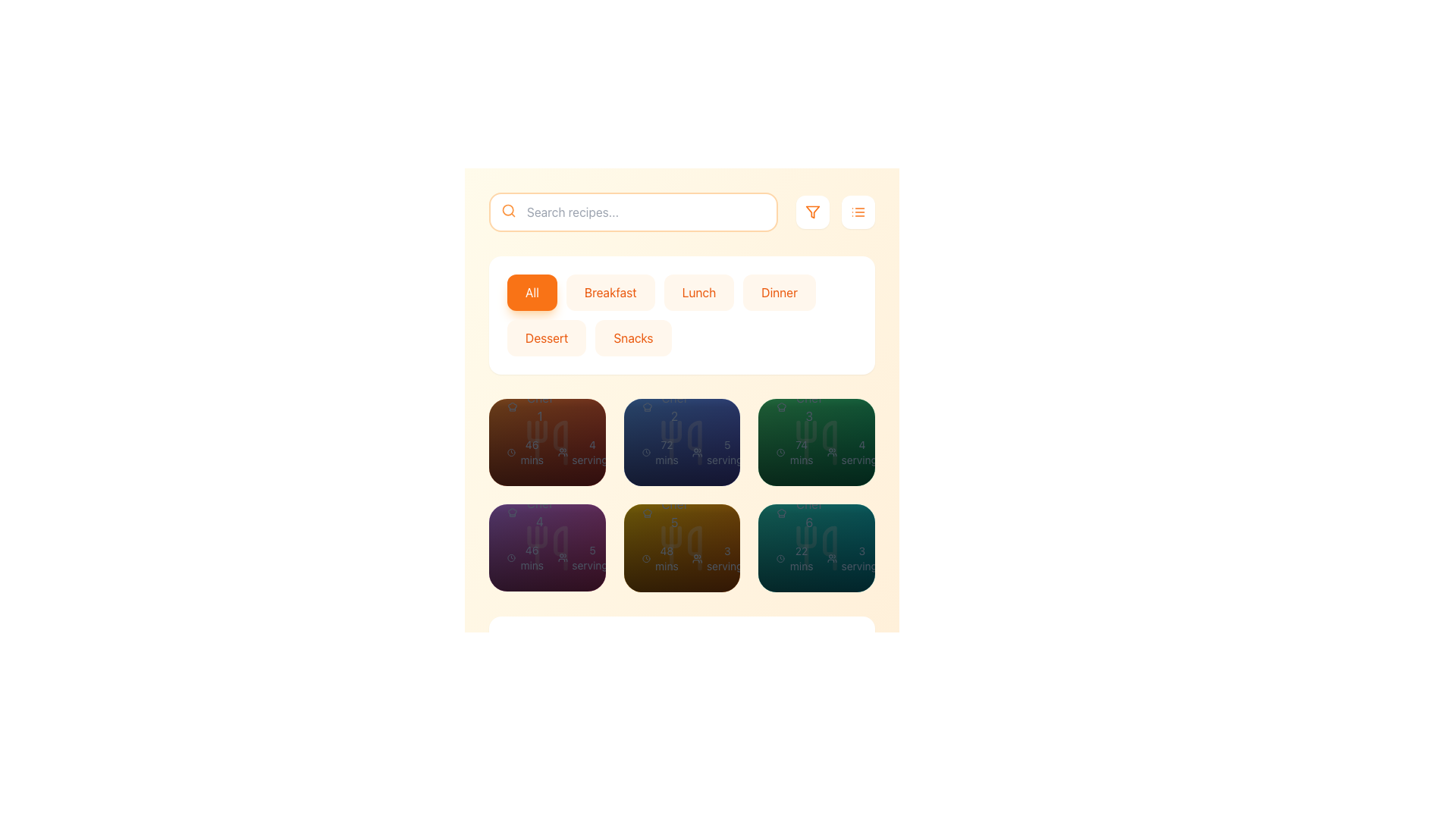 Image resolution: width=1456 pixels, height=819 pixels. Describe the element at coordinates (858, 212) in the screenshot. I see `the compact, square-shaped button with a white background and an orange list icon at the center` at that location.